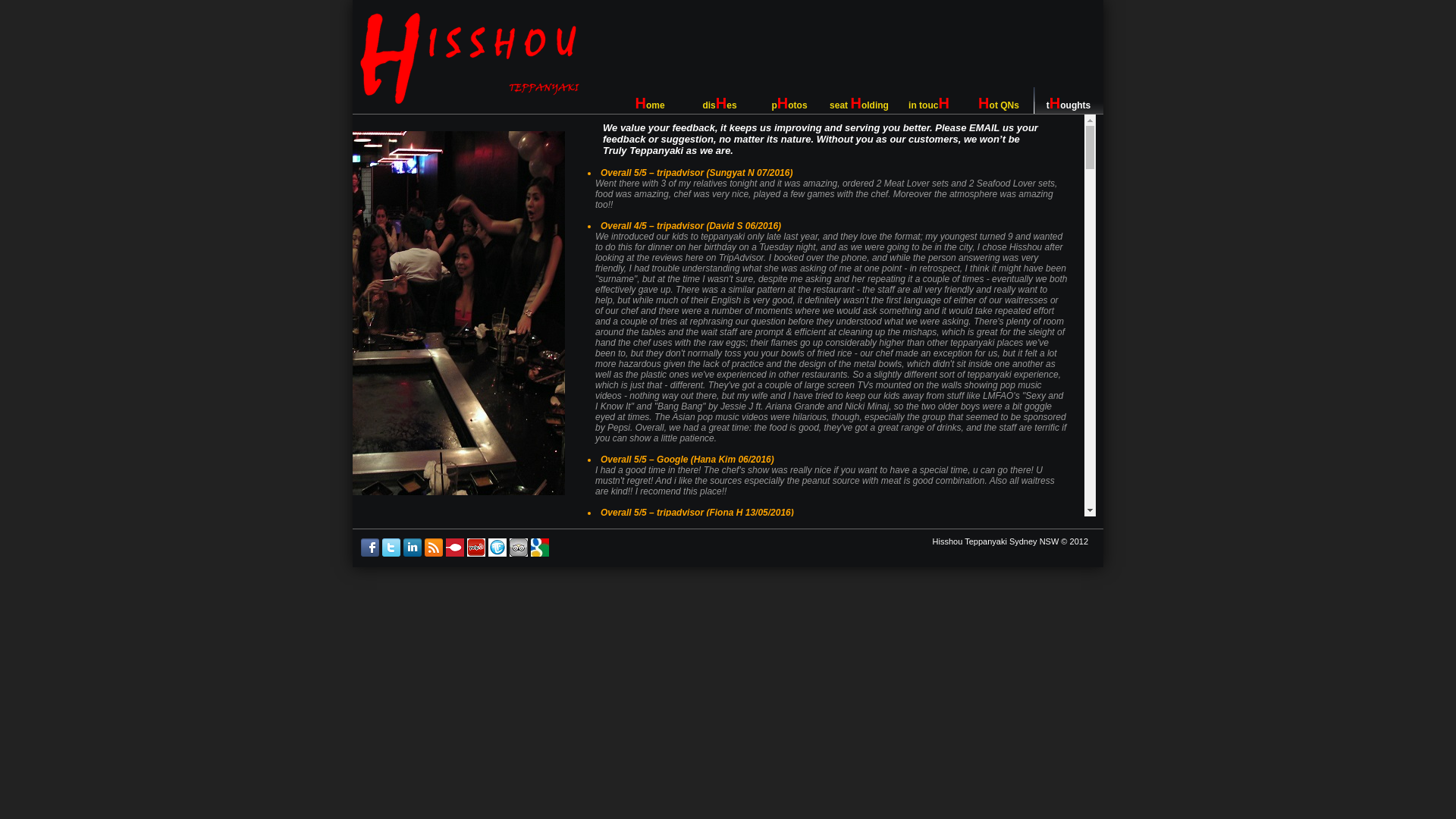 The height and width of the screenshot is (819, 1456). I want to click on 'EMAIL', so click(968, 127).